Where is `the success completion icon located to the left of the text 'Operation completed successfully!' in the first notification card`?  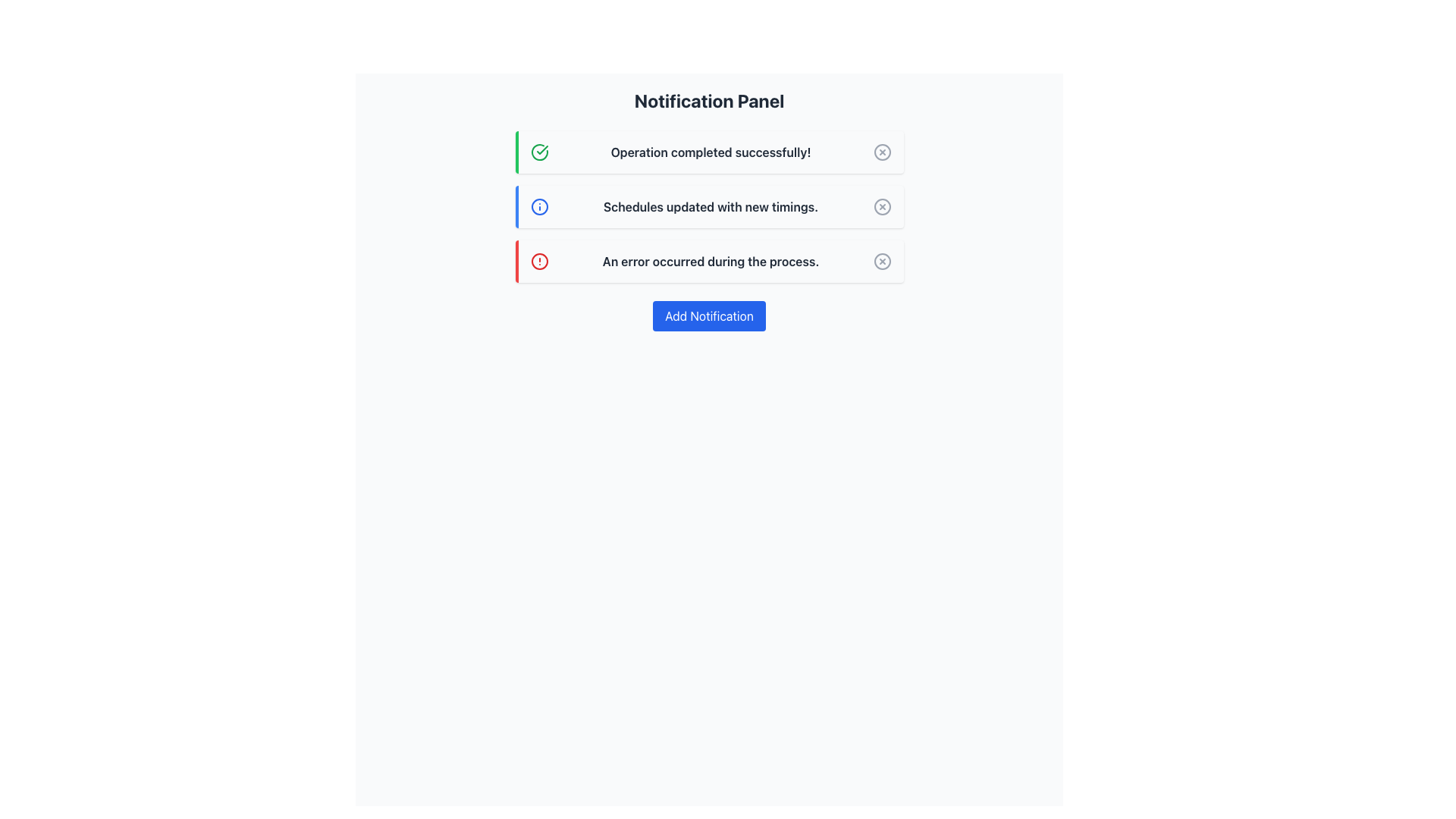
the success completion icon located to the left of the text 'Operation completed successfully!' in the first notification card is located at coordinates (539, 152).